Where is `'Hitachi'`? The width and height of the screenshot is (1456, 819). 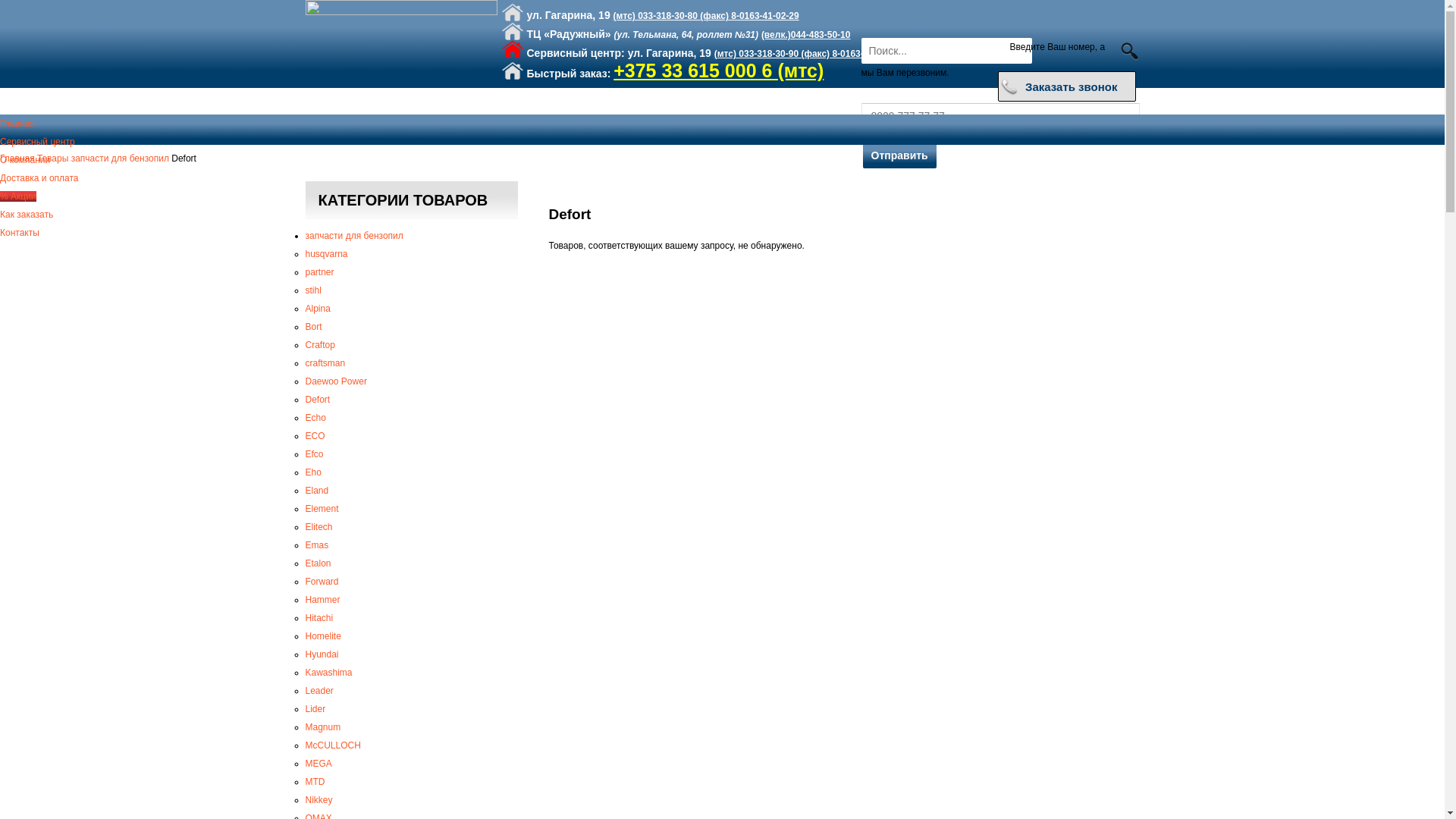 'Hitachi' is located at coordinates (318, 617).